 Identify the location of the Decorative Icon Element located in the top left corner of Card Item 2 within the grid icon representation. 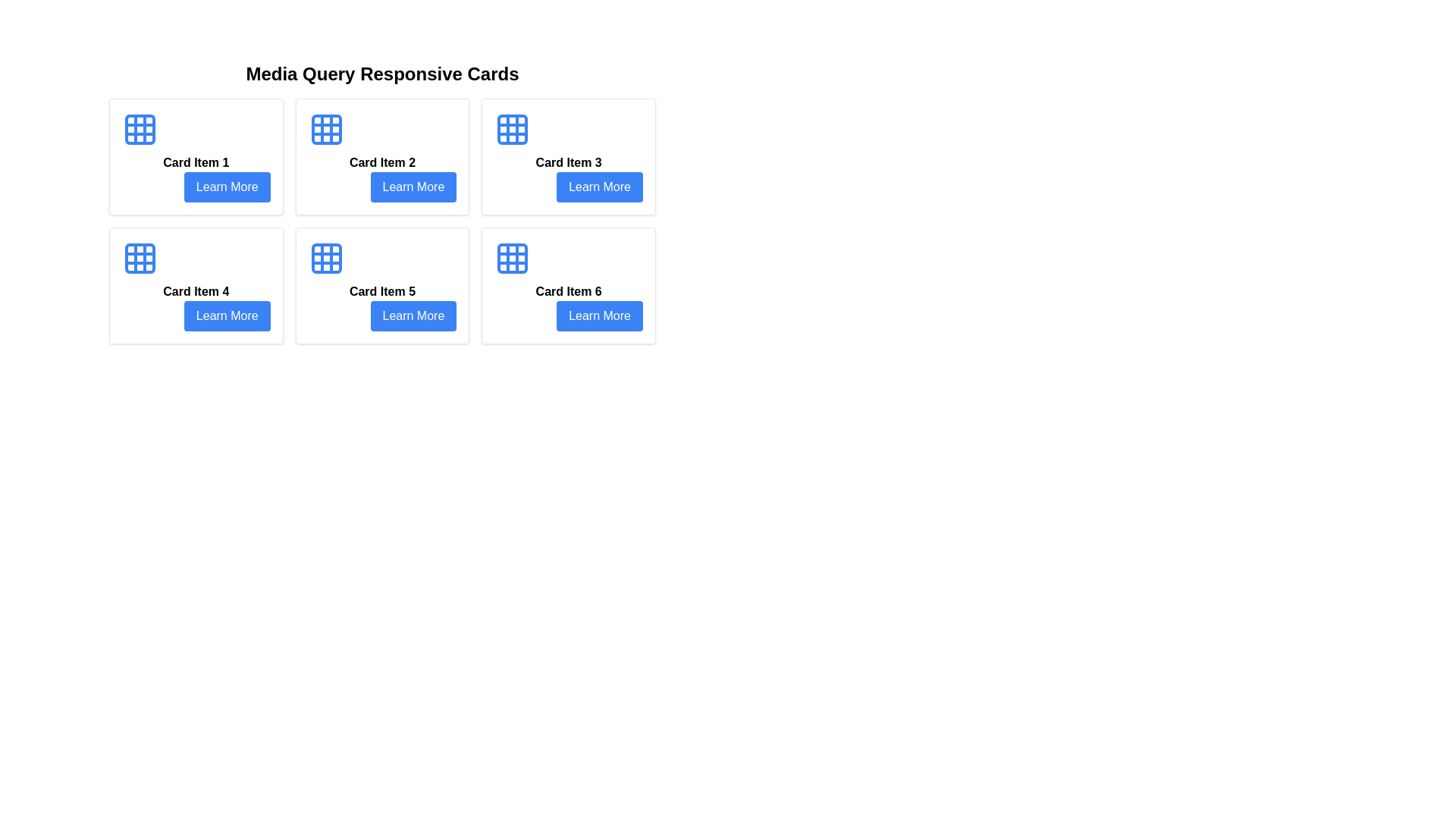
(325, 128).